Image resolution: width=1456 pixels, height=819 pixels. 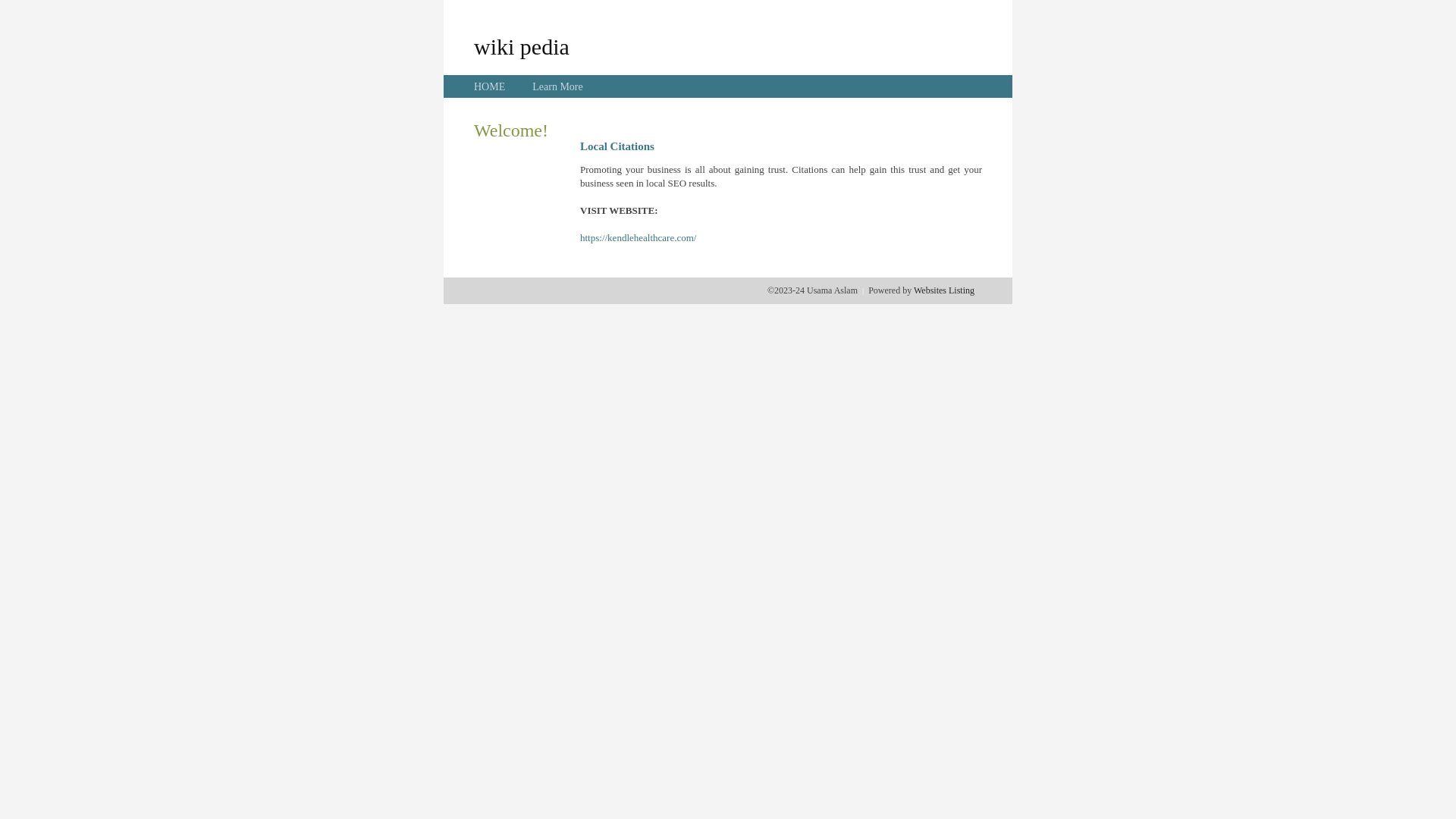 What do you see at coordinates (556, 86) in the screenshot?
I see `'Learn More'` at bounding box center [556, 86].